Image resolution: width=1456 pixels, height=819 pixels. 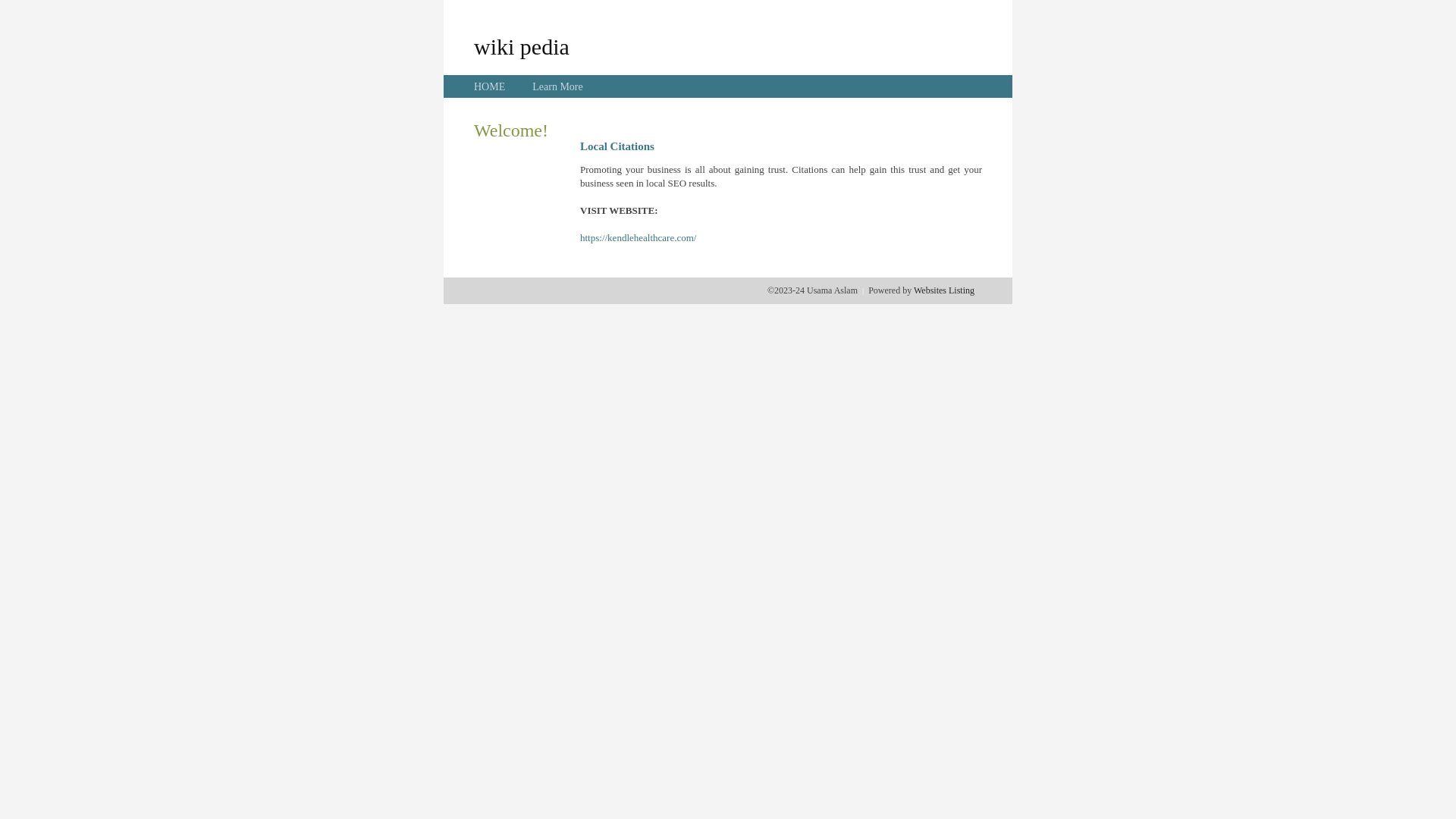 What do you see at coordinates (556, 86) in the screenshot?
I see `'Learn More'` at bounding box center [556, 86].